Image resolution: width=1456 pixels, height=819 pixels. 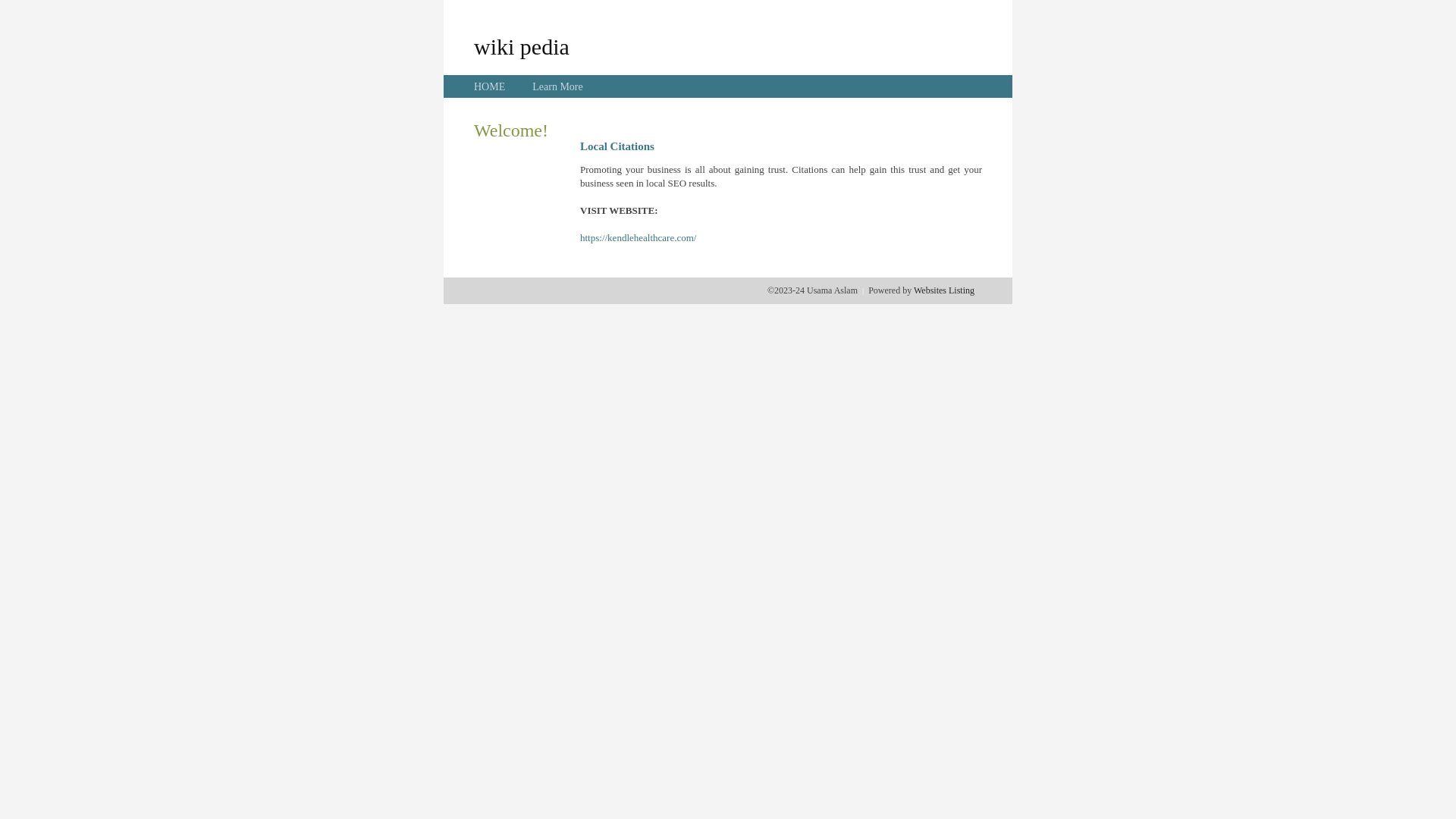 What do you see at coordinates (556, 86) in the screenshot?
I see `'Learn More'` at bounding box center [556, 86].